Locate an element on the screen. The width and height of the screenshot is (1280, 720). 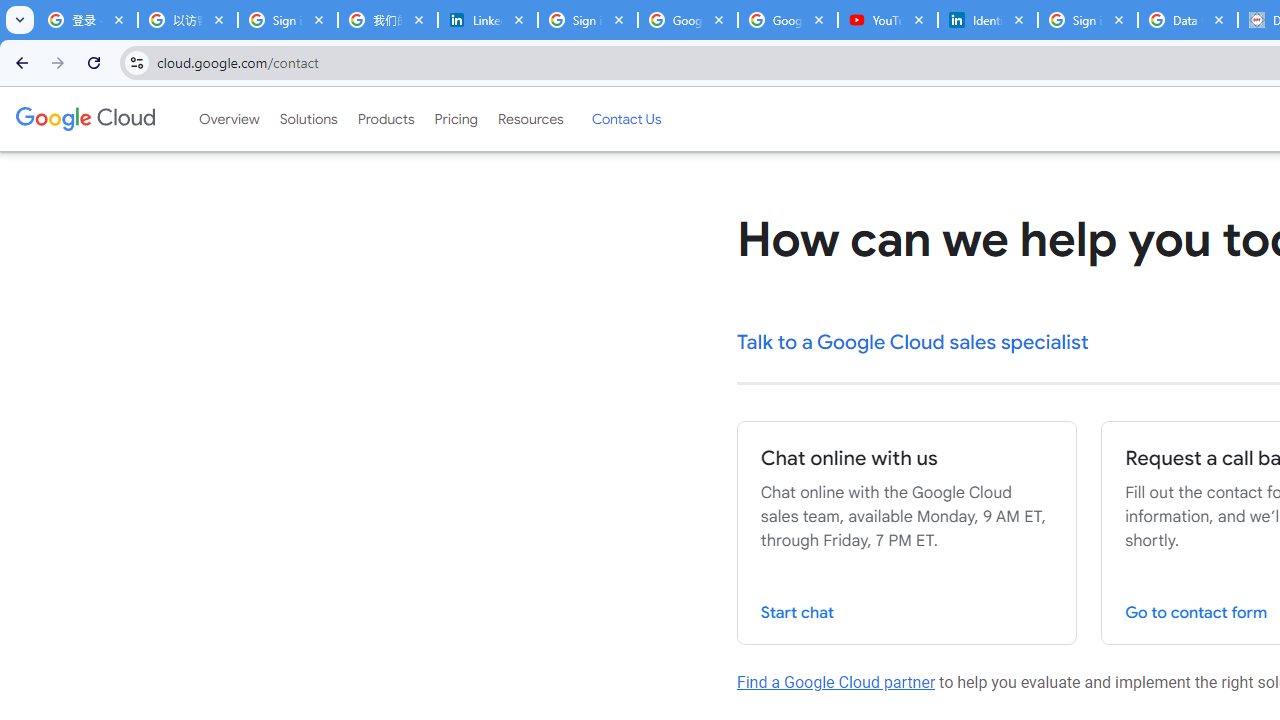
'Find a Google Cloud partner' is located at coordinates (835, 681).